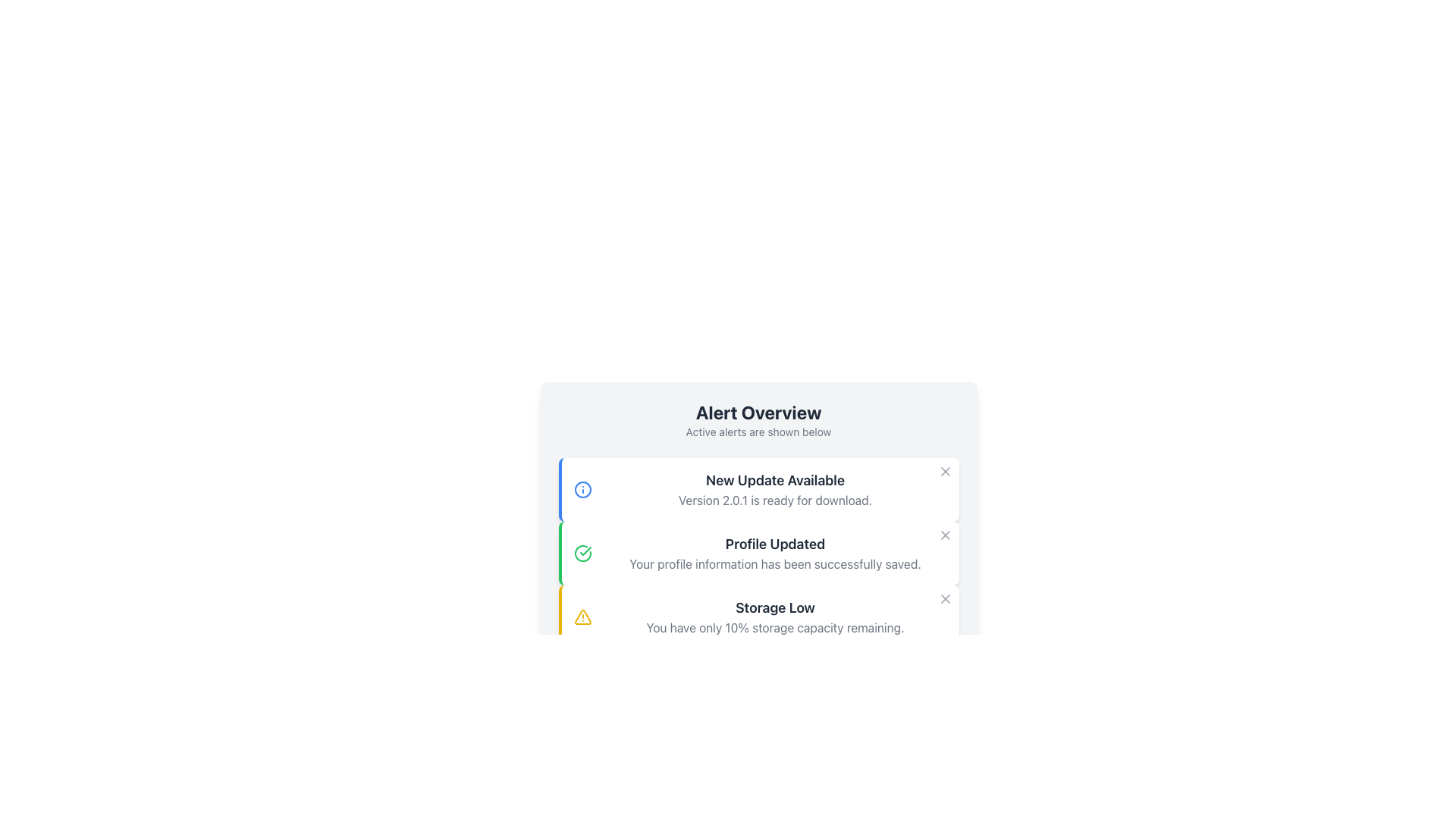  I want to click on text from the bold 'Profile Updated' label located in the notification card, which is prominently displayed above the supporting text, so click(775, 543).